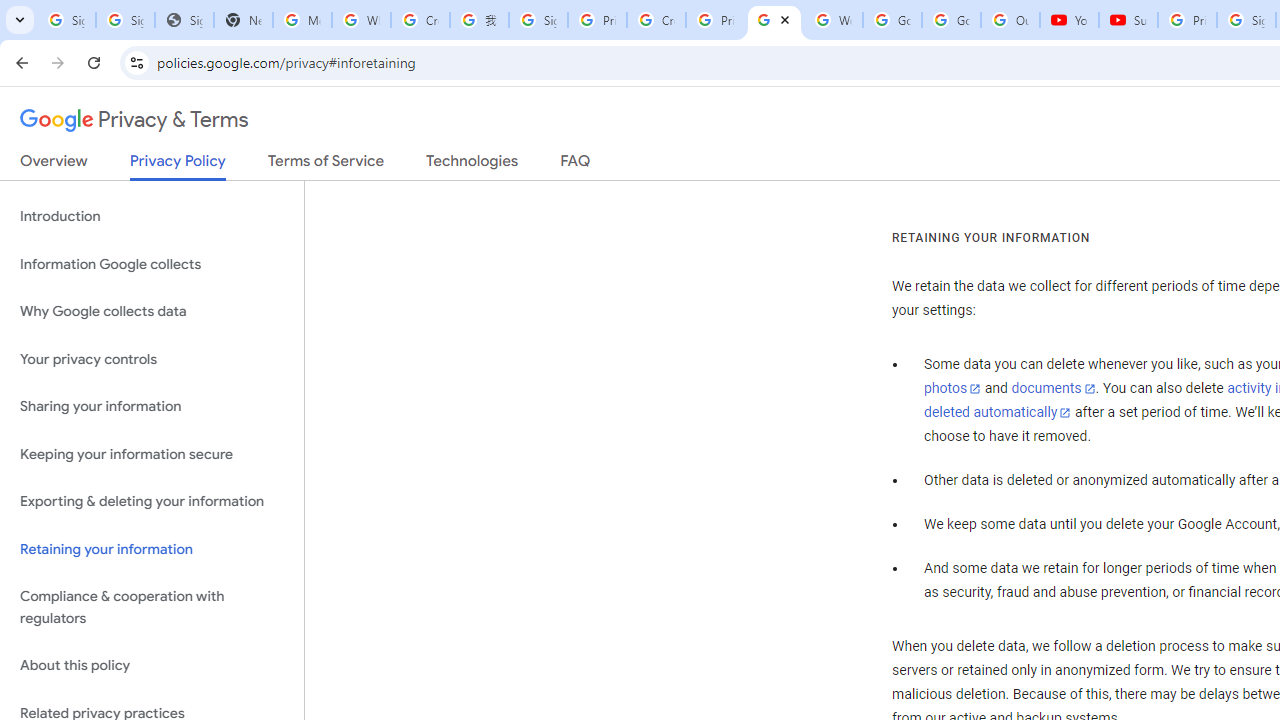 The height and width of the screenshot is (720, 1280). What do you see at coordinates (151, 406) in the screenshot?
I see `'Sharing your information'` at bounding box center [151, 406].